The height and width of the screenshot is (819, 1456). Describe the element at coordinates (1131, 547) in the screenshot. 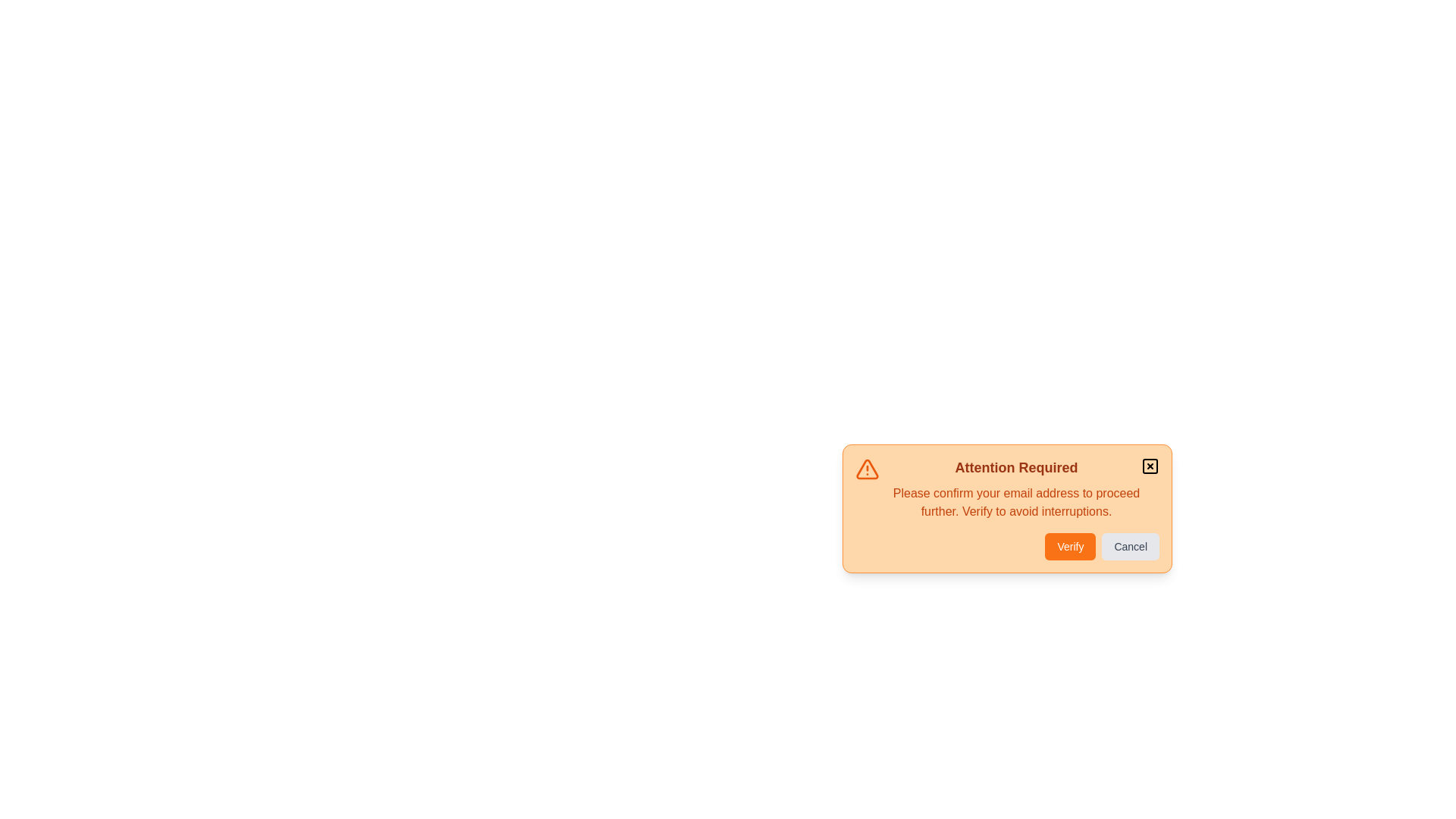

I see `the cancel button` at that location.